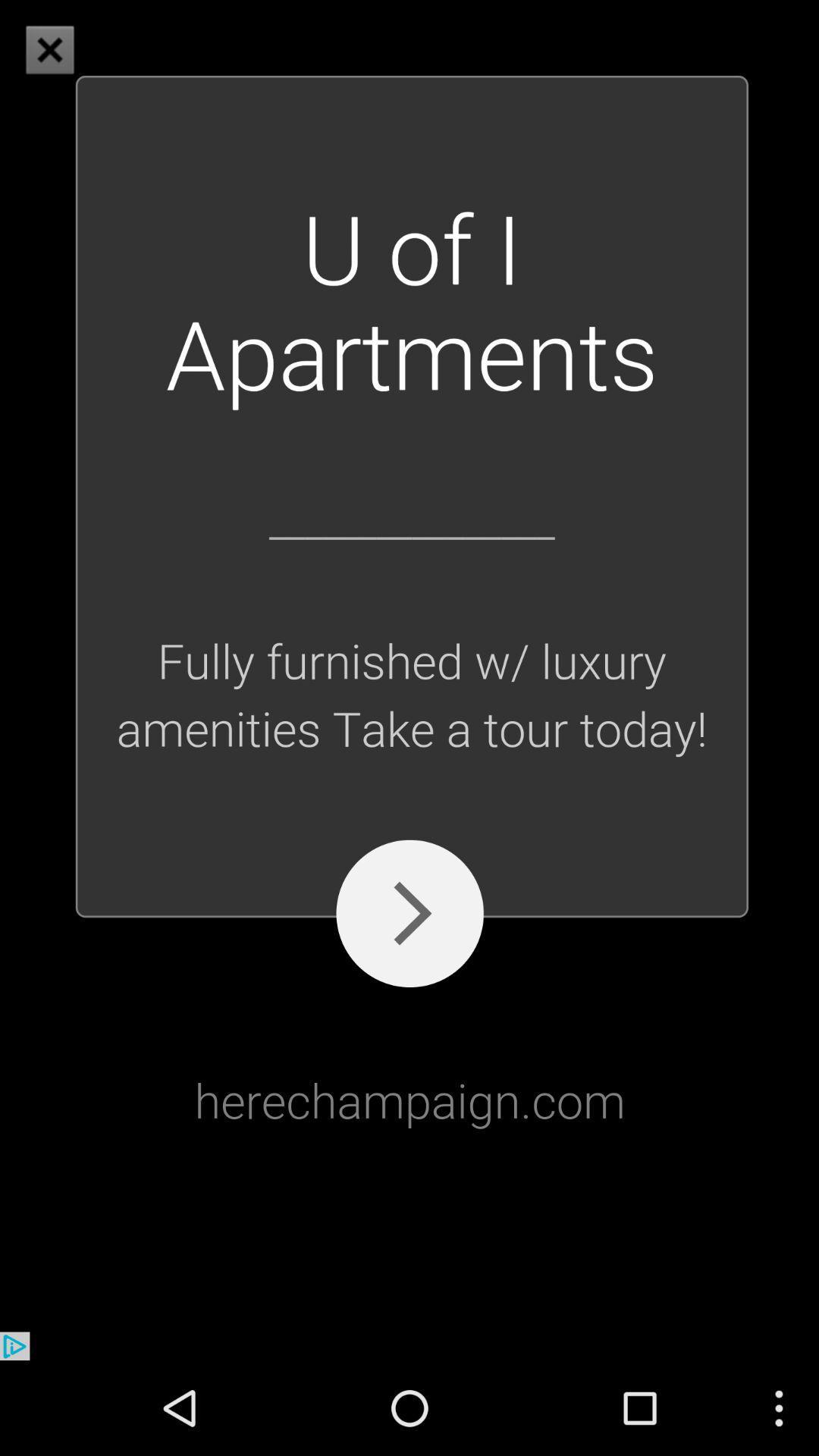 The image size is (819, 1456). Describe the element at coordinates (49, 53) in the screenshot. I see `the close icon` at that location.